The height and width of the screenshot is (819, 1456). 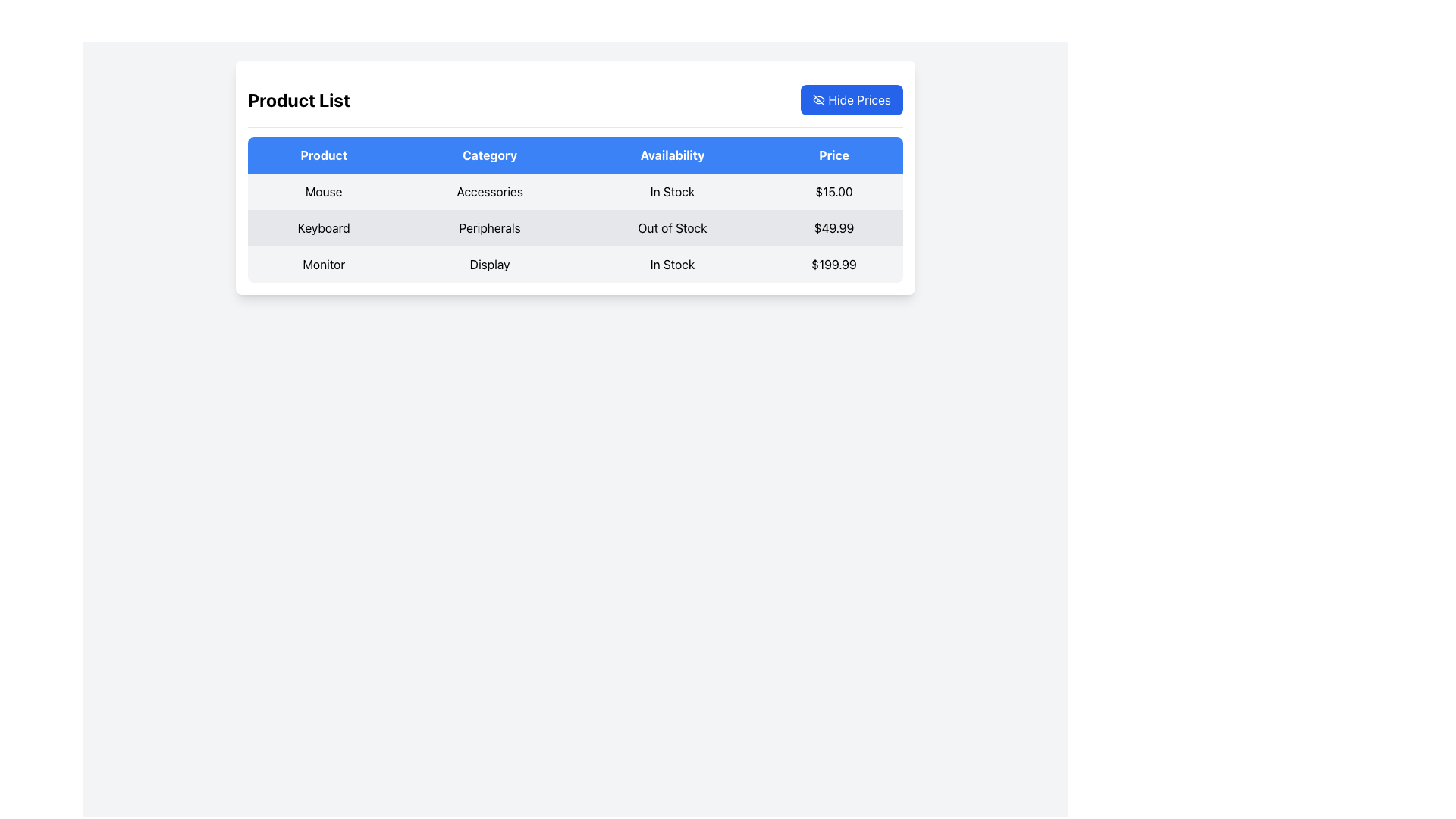 I want to click on the toggle button for pricing information in the product list to observe its hover effect, so click(x=852, y=99).